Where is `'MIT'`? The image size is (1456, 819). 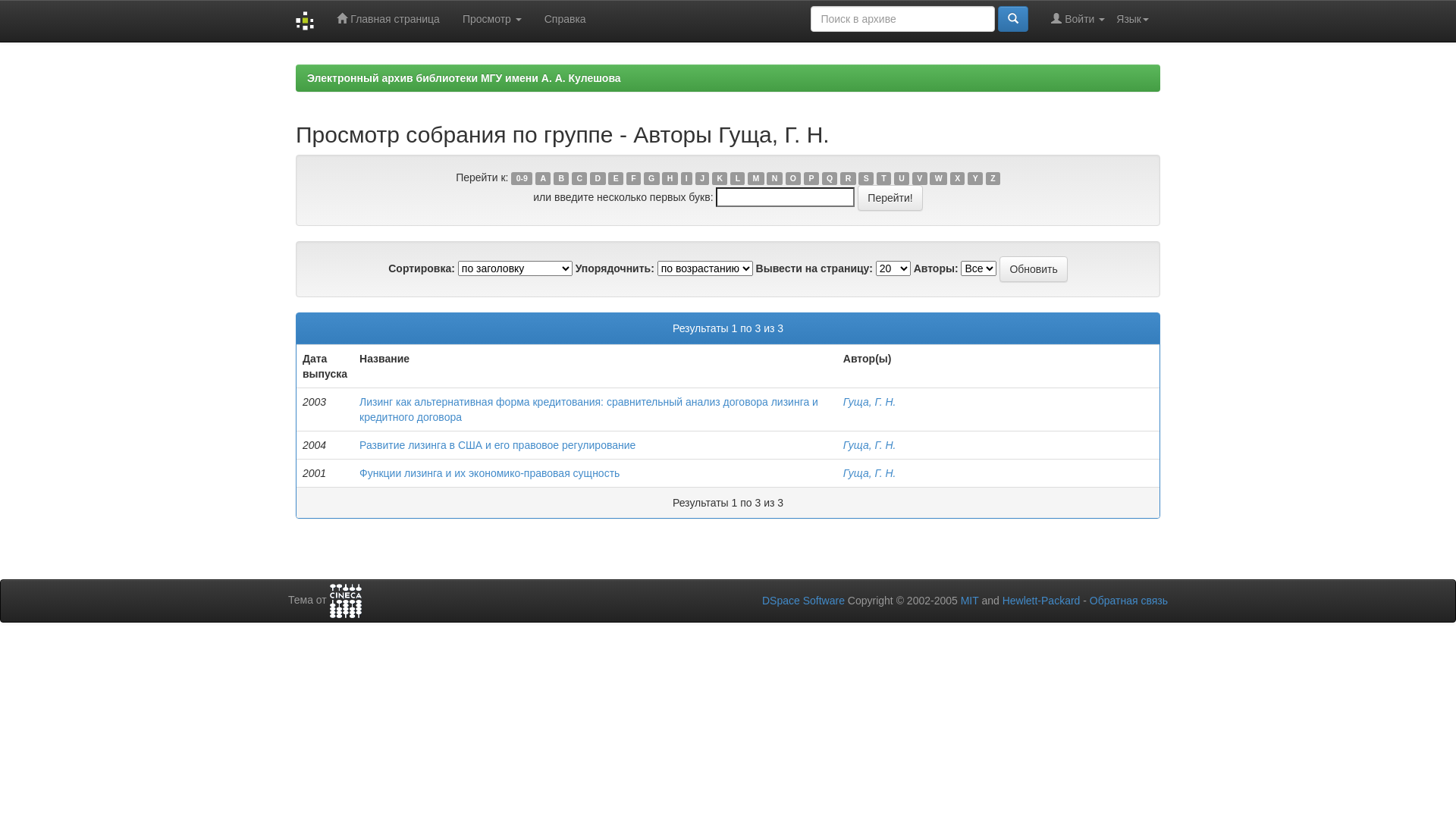
'MIT' is located at coordinates (968, 599).